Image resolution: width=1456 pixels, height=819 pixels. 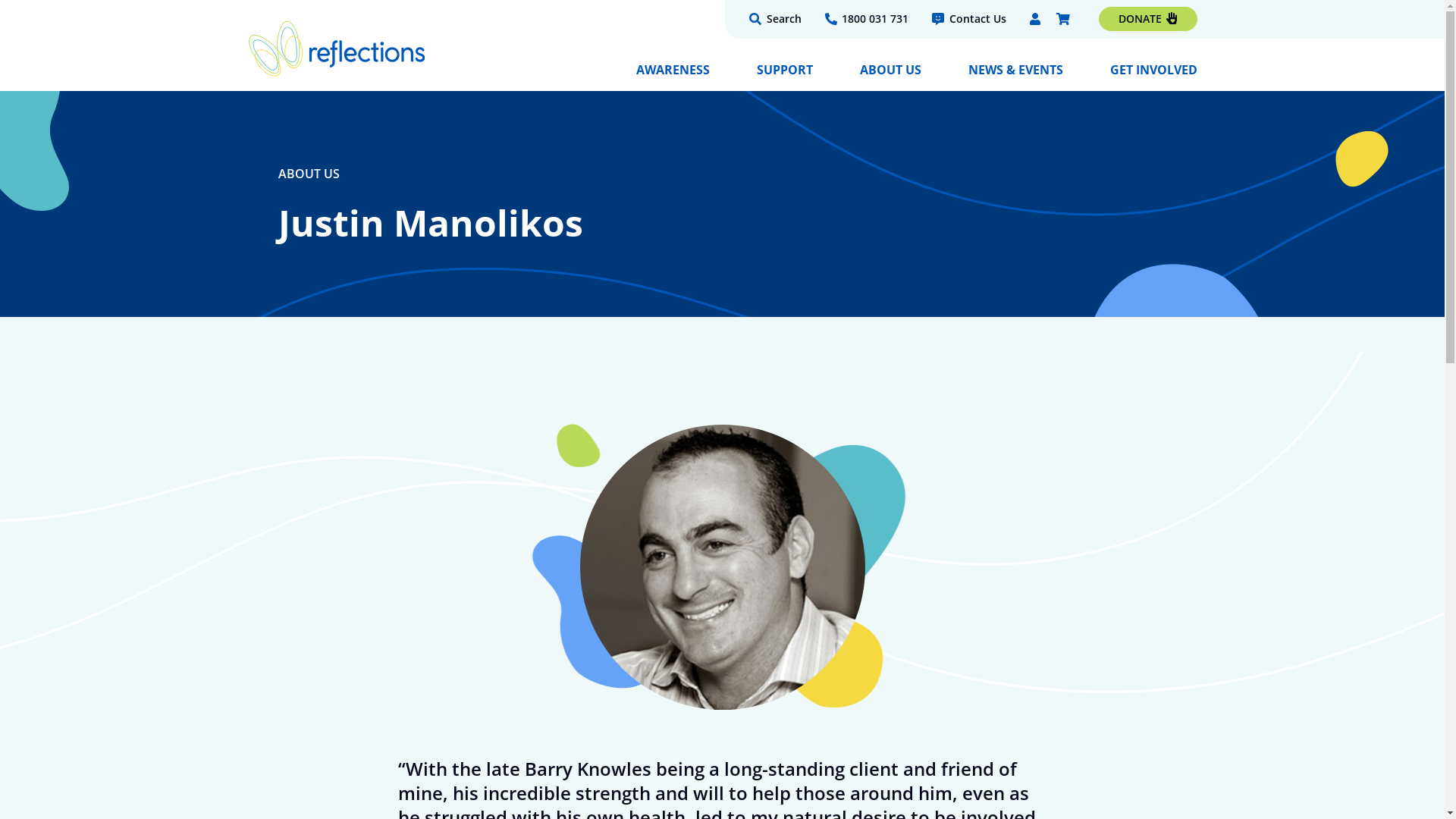 I want to click on 'Search', so click(x=775, y=18).